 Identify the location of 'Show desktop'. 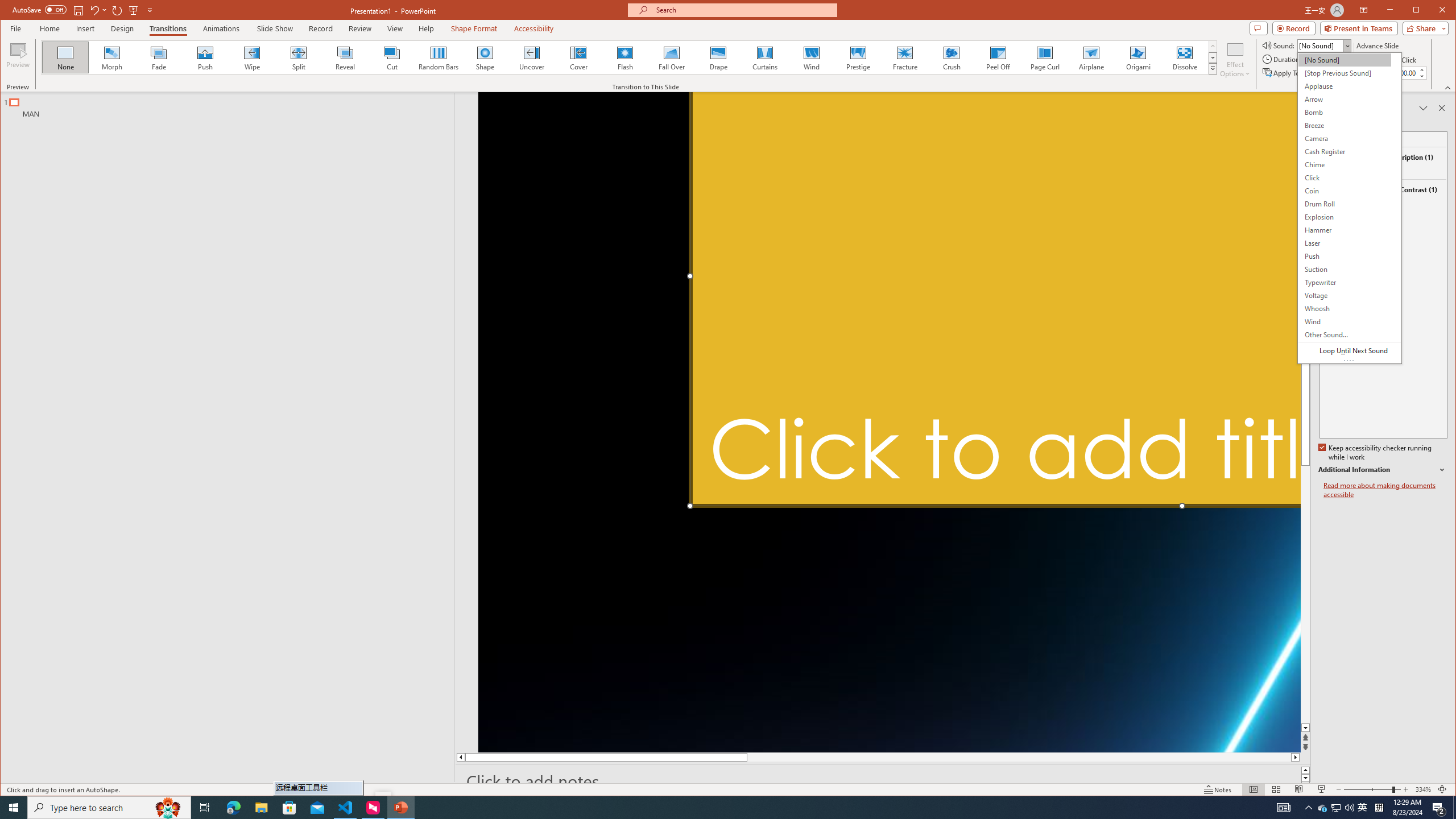
(1454, 806).